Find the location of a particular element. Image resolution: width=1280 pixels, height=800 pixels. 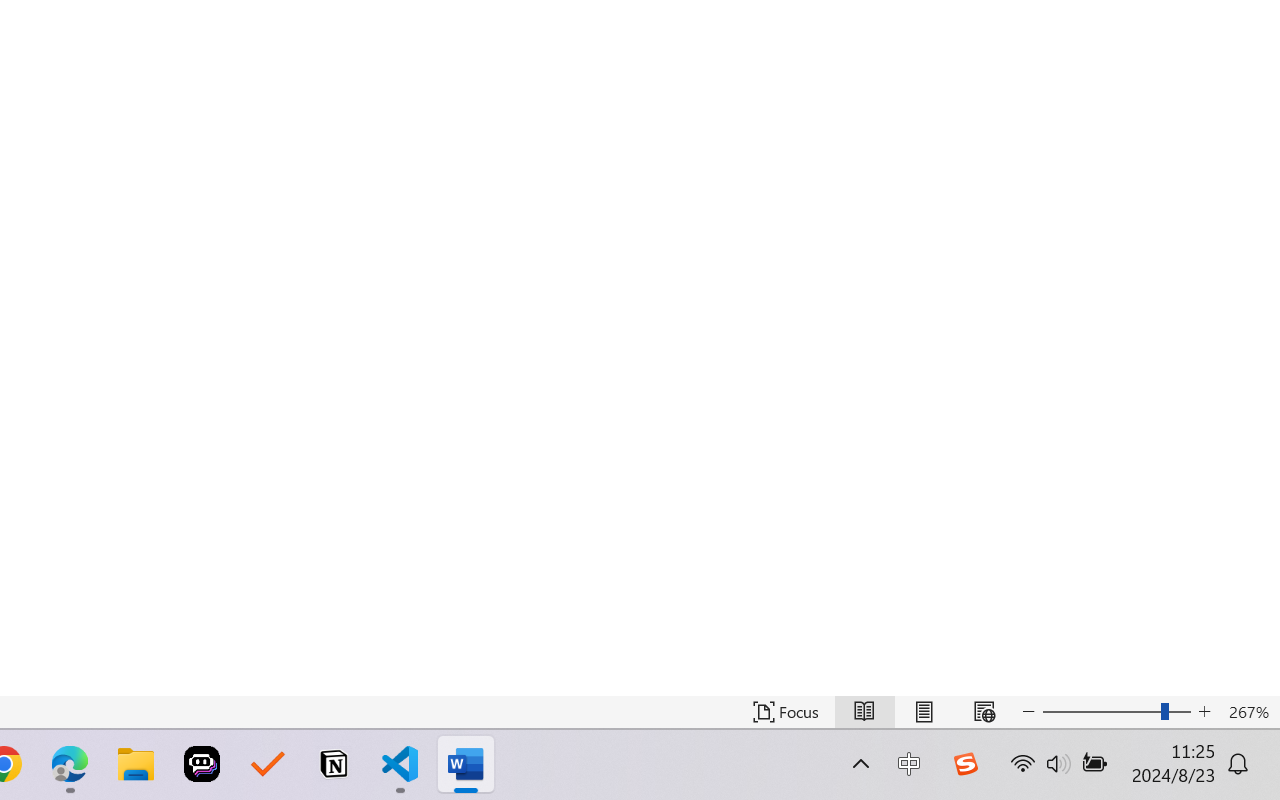

'Decrease Text Size' is located at coordinates (1029, 711).